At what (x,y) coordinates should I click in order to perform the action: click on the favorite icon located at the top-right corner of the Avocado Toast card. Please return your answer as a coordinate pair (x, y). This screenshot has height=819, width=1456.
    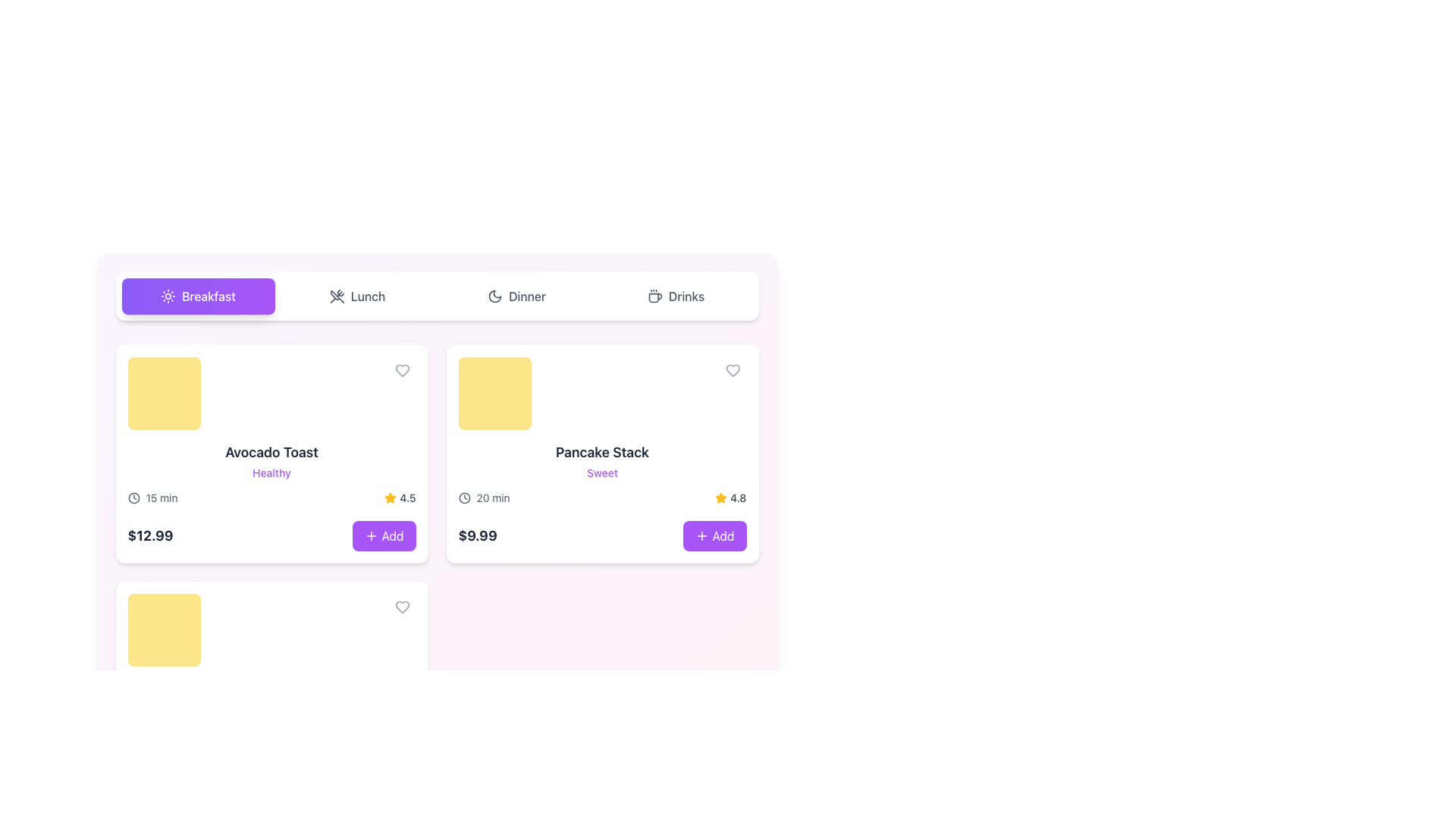
    Looking at the image, I should click on (402, 607).